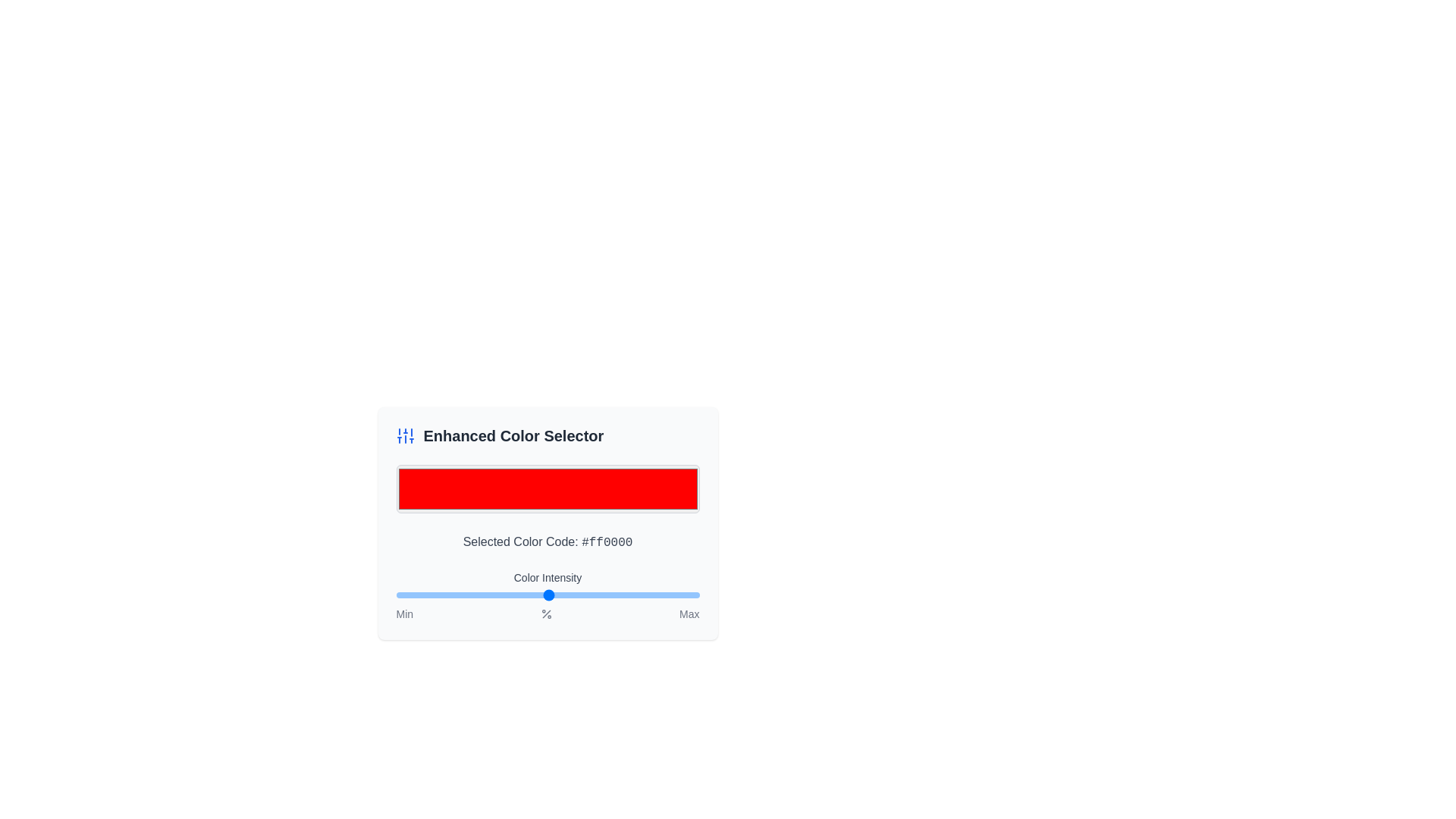  Describe the element at coordinates (554, 595) in the screenshot. I see `the slider value` at that location.